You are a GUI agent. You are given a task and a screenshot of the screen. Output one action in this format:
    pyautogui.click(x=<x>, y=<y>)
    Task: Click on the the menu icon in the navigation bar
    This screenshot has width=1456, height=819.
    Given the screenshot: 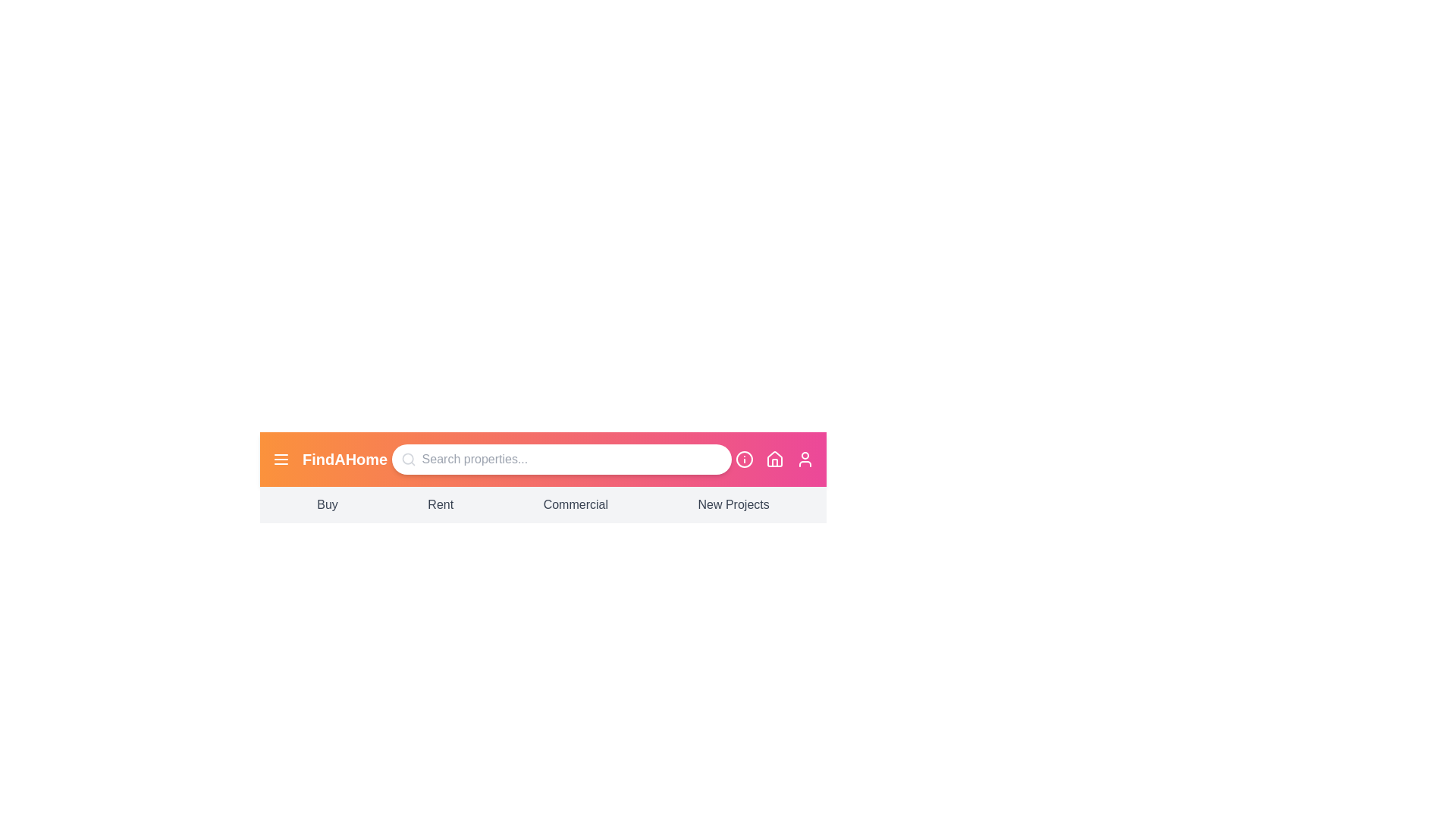 What is the action you would take?
    pyautogui.click(x=281, y=458)
    